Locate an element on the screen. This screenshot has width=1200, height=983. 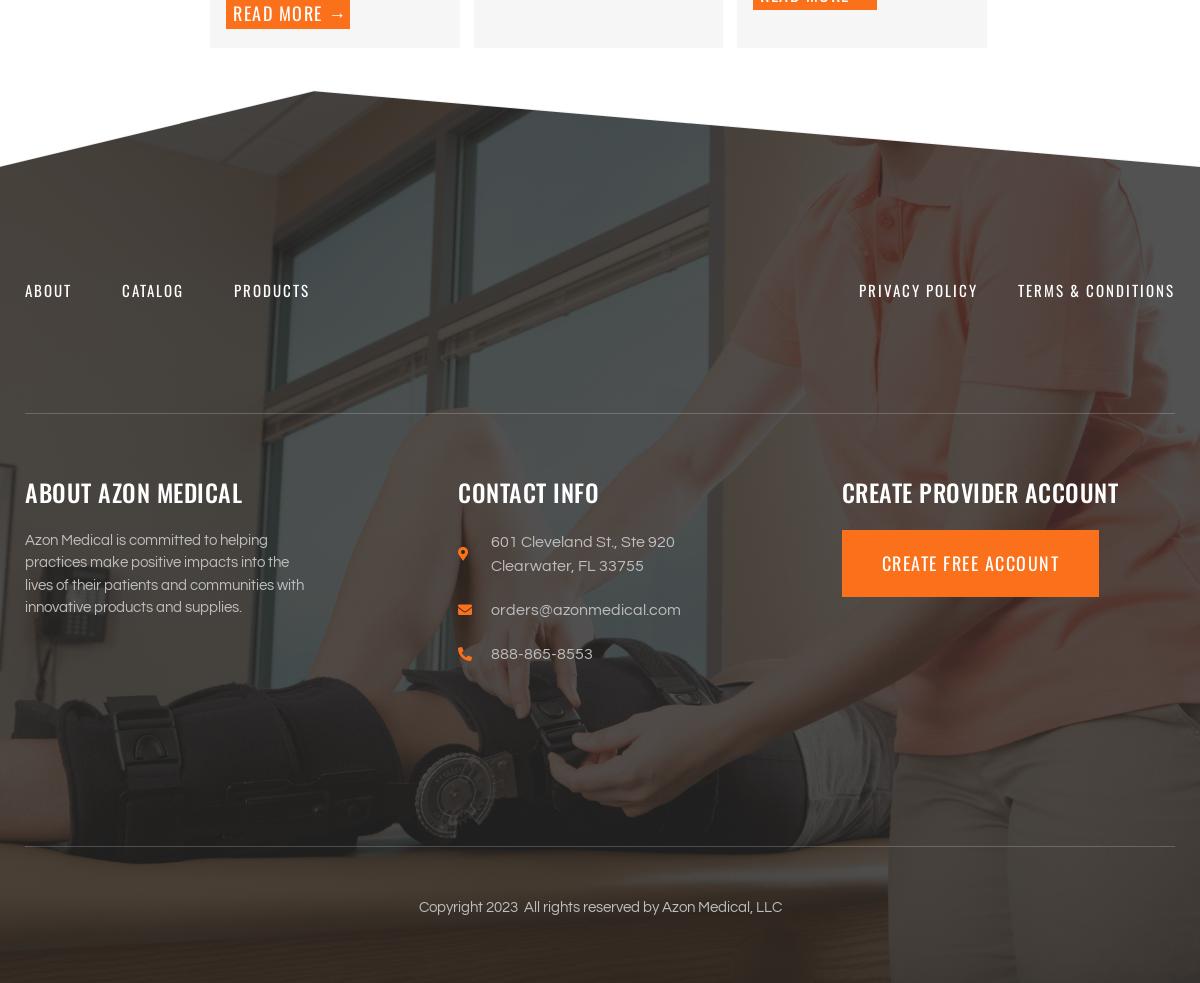
'About' is located at coordinates (48, 289).